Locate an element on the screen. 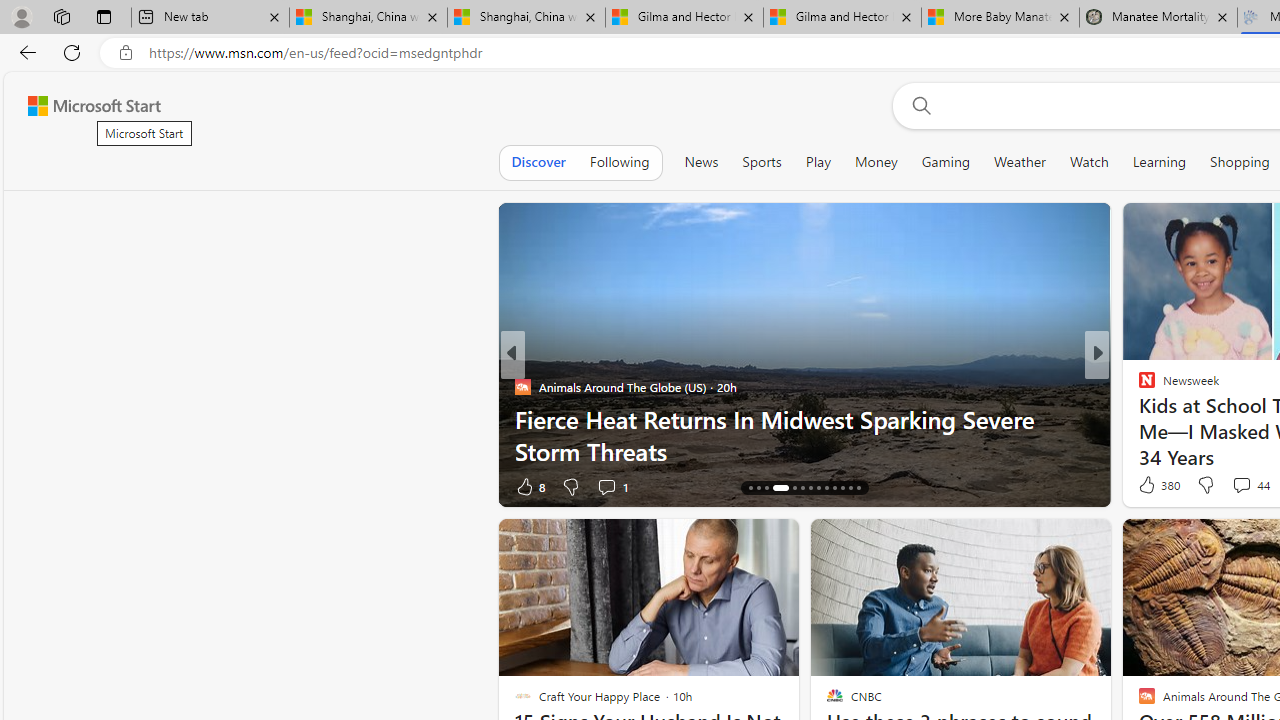  'AutomationID: tab-25' is located at coordinates (850, 488).